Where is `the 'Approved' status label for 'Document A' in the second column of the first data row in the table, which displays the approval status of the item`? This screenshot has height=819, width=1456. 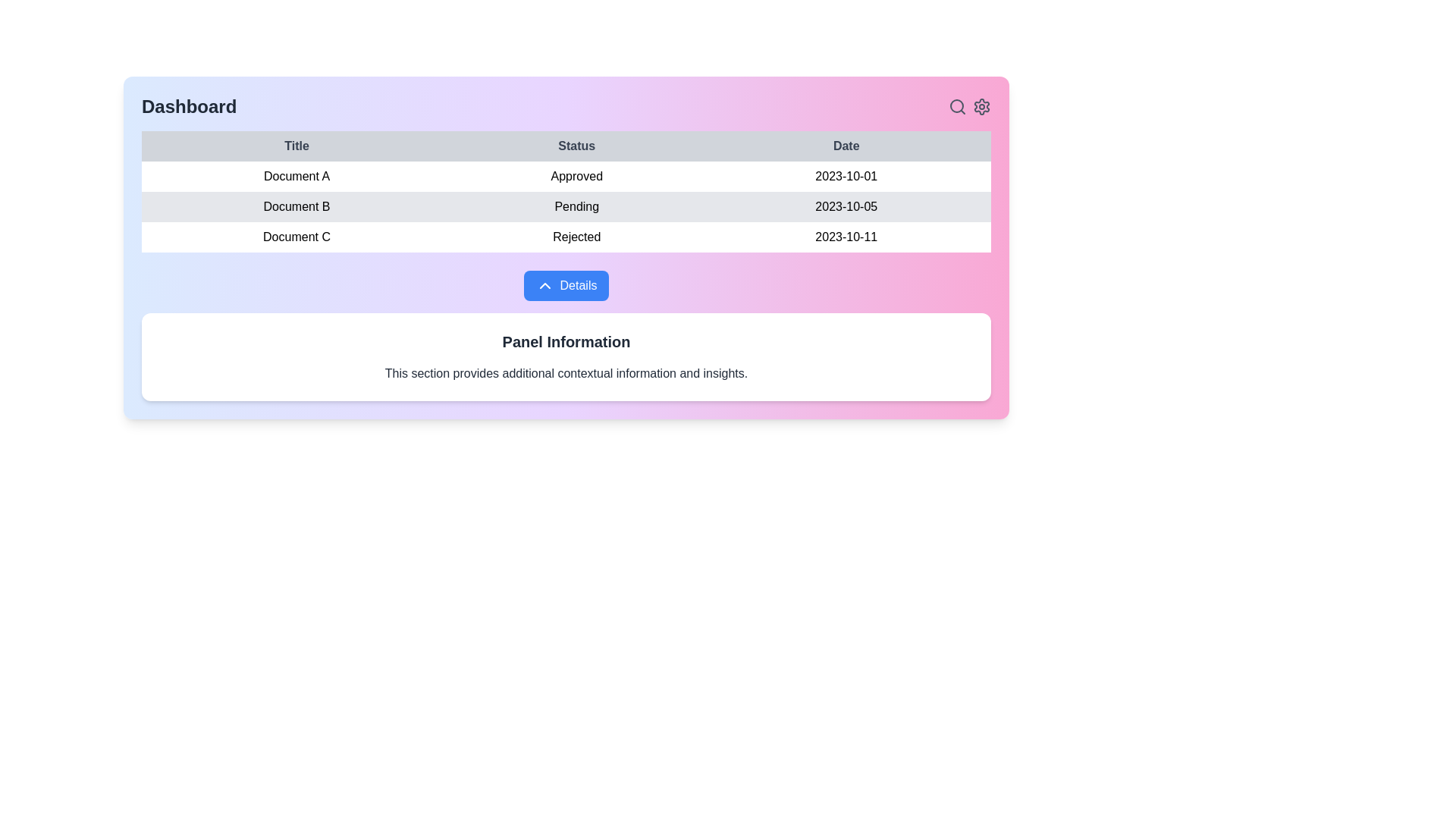 the 'Approved' status label for 'Document A' in the second column of the first data row in the table, which displays the approval status of the item is located at coordinates (576, 175).